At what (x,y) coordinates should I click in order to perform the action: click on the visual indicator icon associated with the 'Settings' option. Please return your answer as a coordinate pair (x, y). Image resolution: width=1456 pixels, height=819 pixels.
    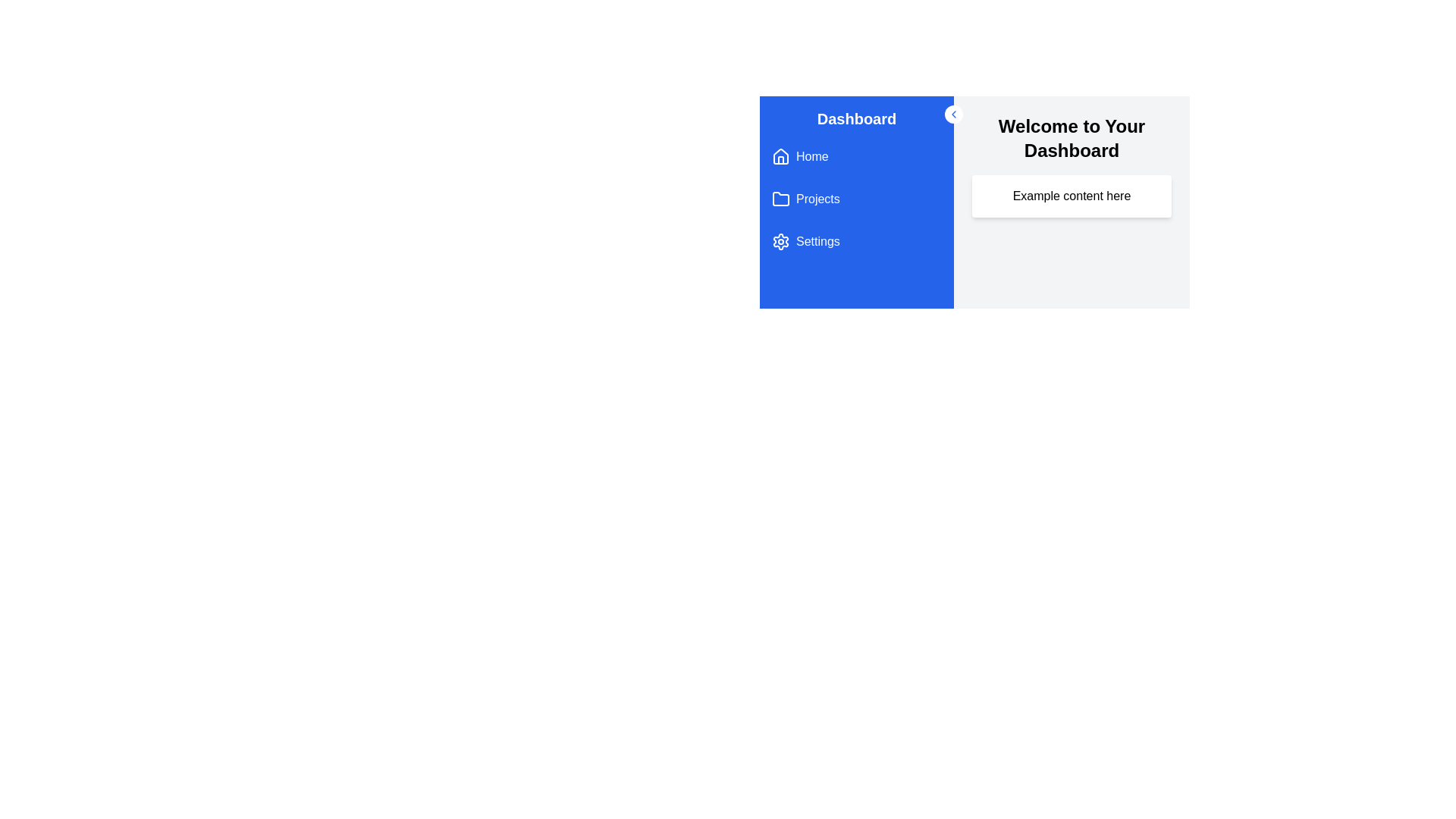
    Looking at the image, I should click on (781, 241).